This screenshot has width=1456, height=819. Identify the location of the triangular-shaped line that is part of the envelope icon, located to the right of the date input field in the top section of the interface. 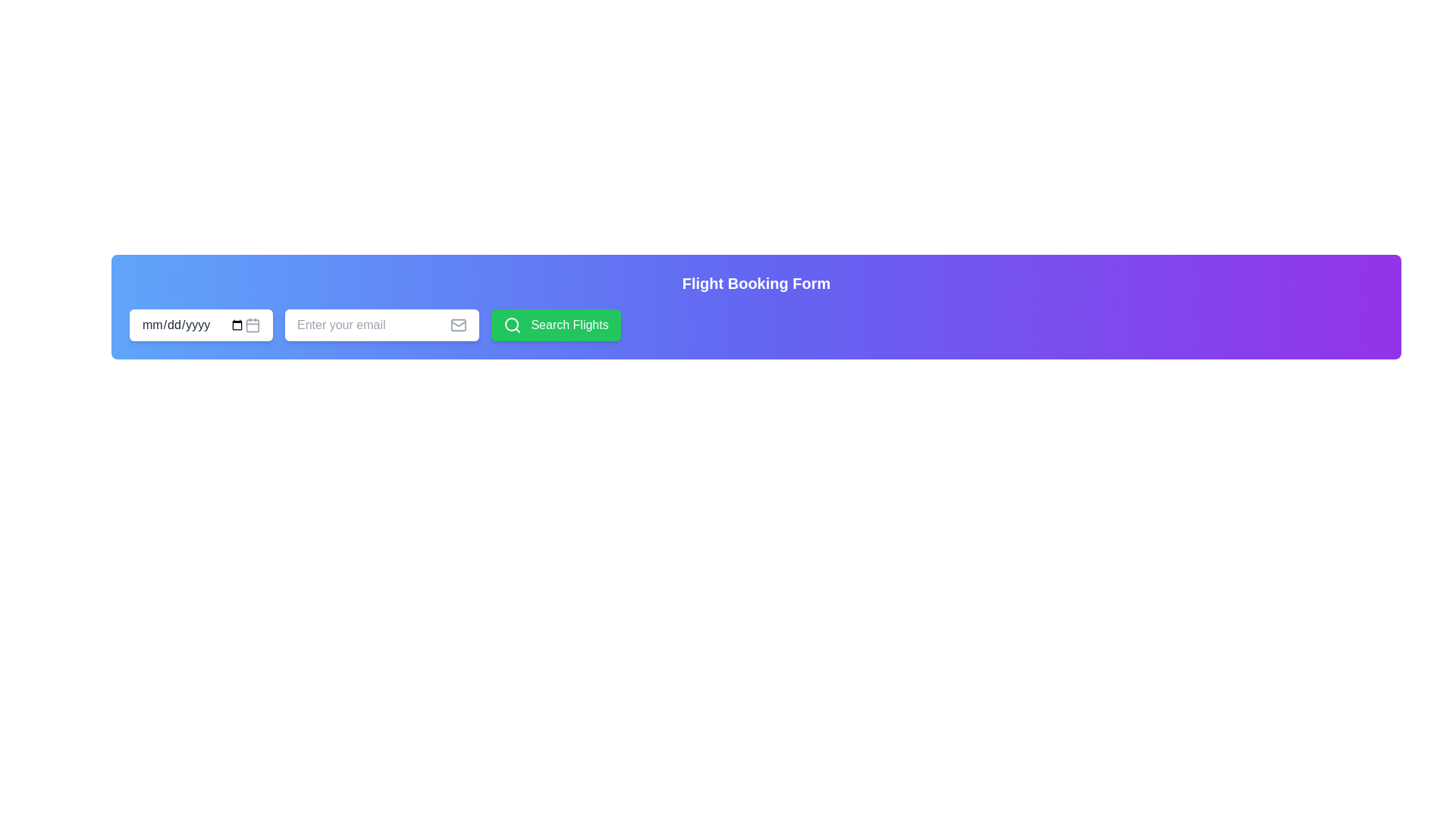
(458, 323).